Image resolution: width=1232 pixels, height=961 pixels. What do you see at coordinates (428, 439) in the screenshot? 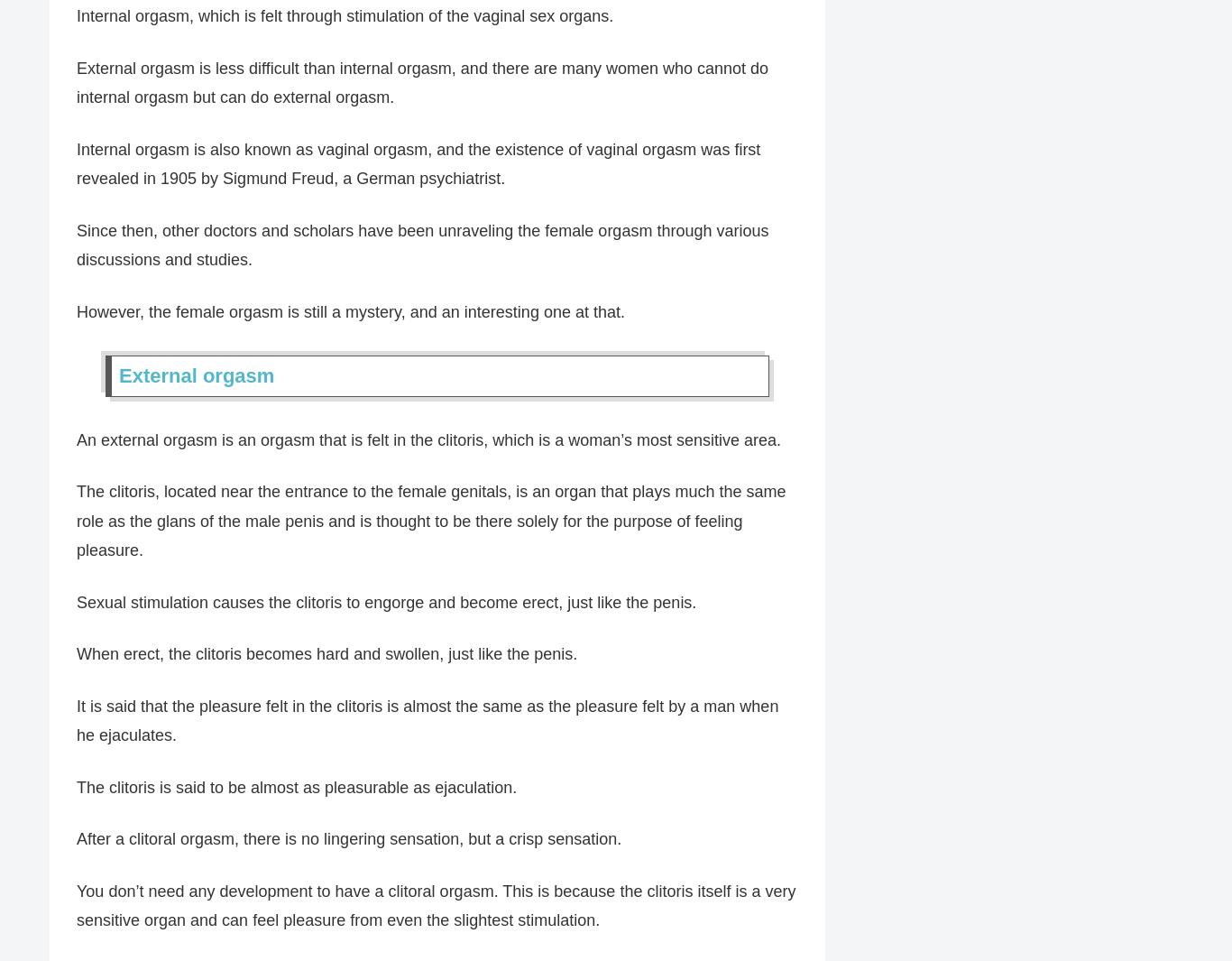
I see `'An external orgasm is an orgasm that is felt in the clitoris, which is a woman’s most sensitive area.'` at bounding box center [428, 439].